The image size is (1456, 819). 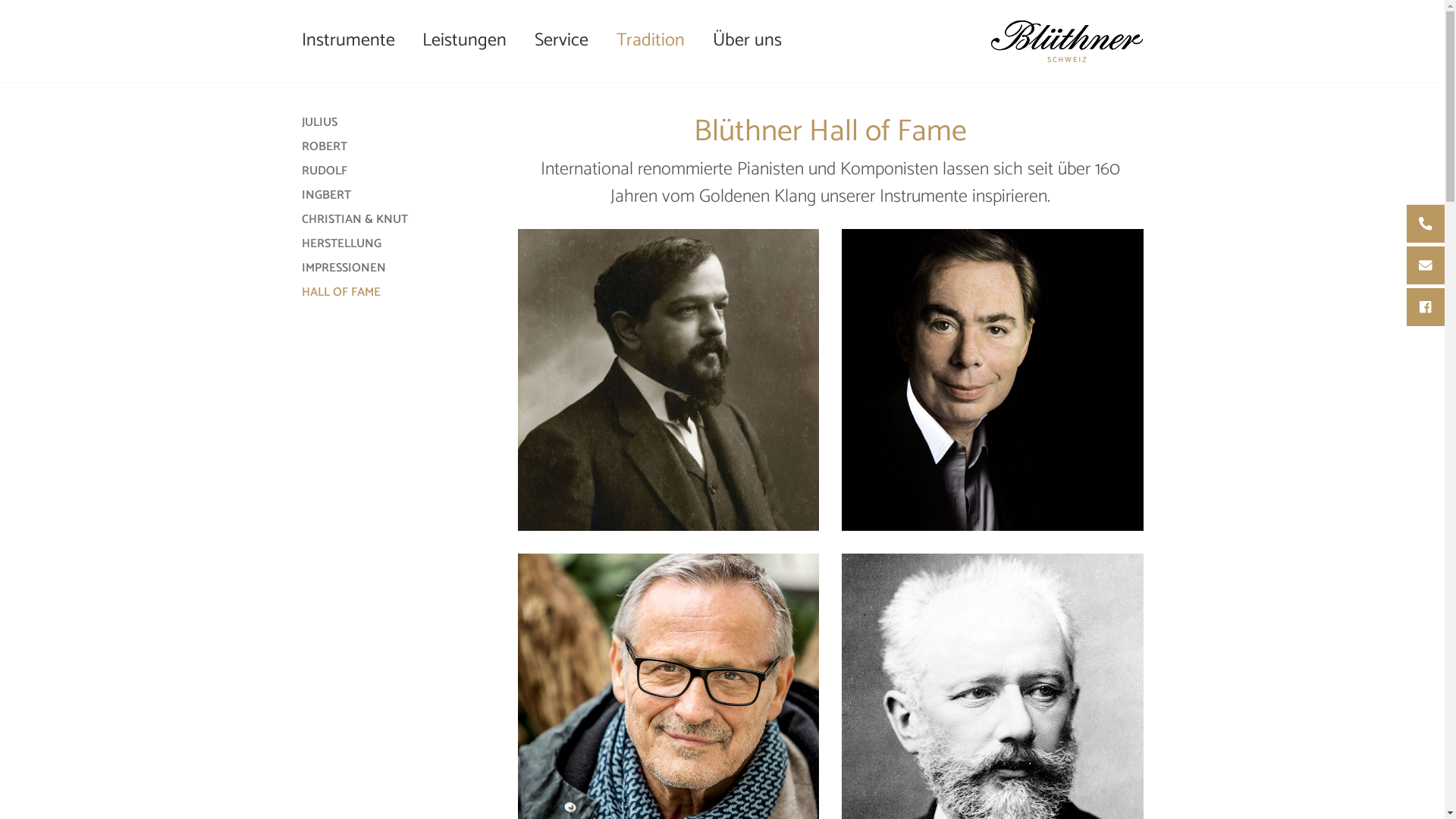 I want to click on 'RUDOLF', so click(x=302, y=171).